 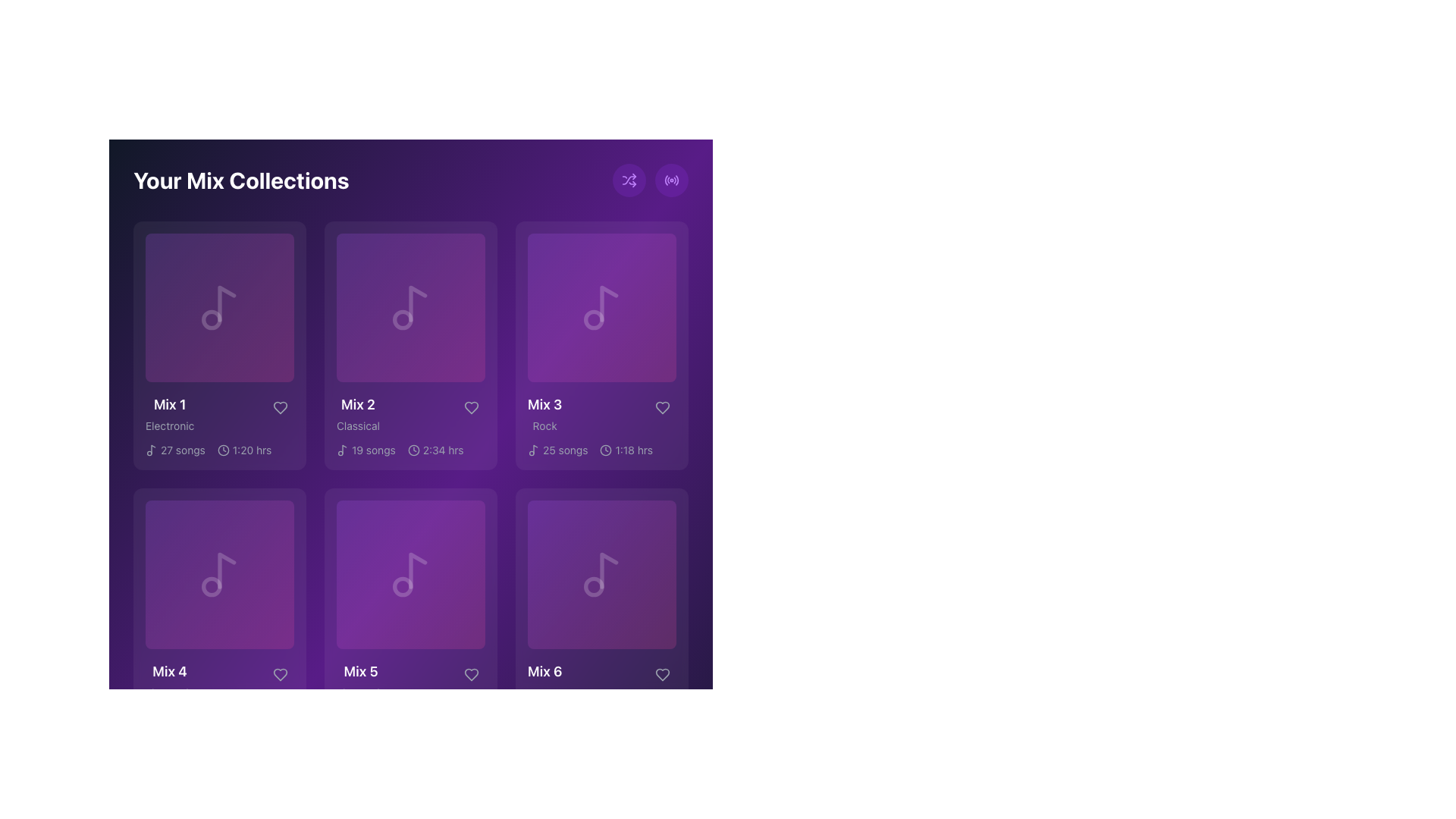 I want to click on the heart-shaped icon in the lower-right section of the 'Mix 1' card to mark it as a favorite, so click(x=280, y=406).